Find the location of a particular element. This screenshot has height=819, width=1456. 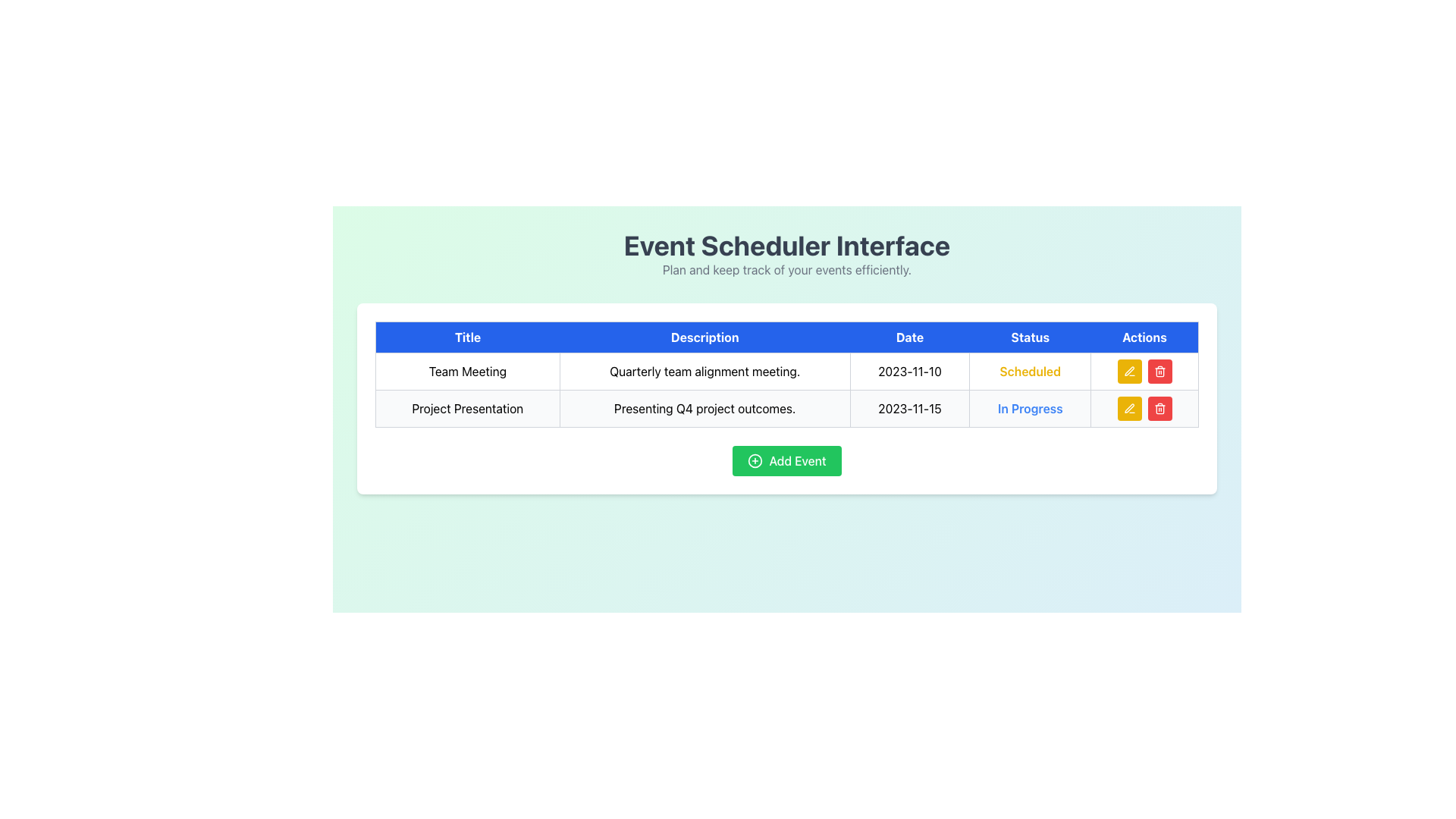

the green rectangular button labeled 'Add Event' with rounded corners is located at coordinates (786, 460).